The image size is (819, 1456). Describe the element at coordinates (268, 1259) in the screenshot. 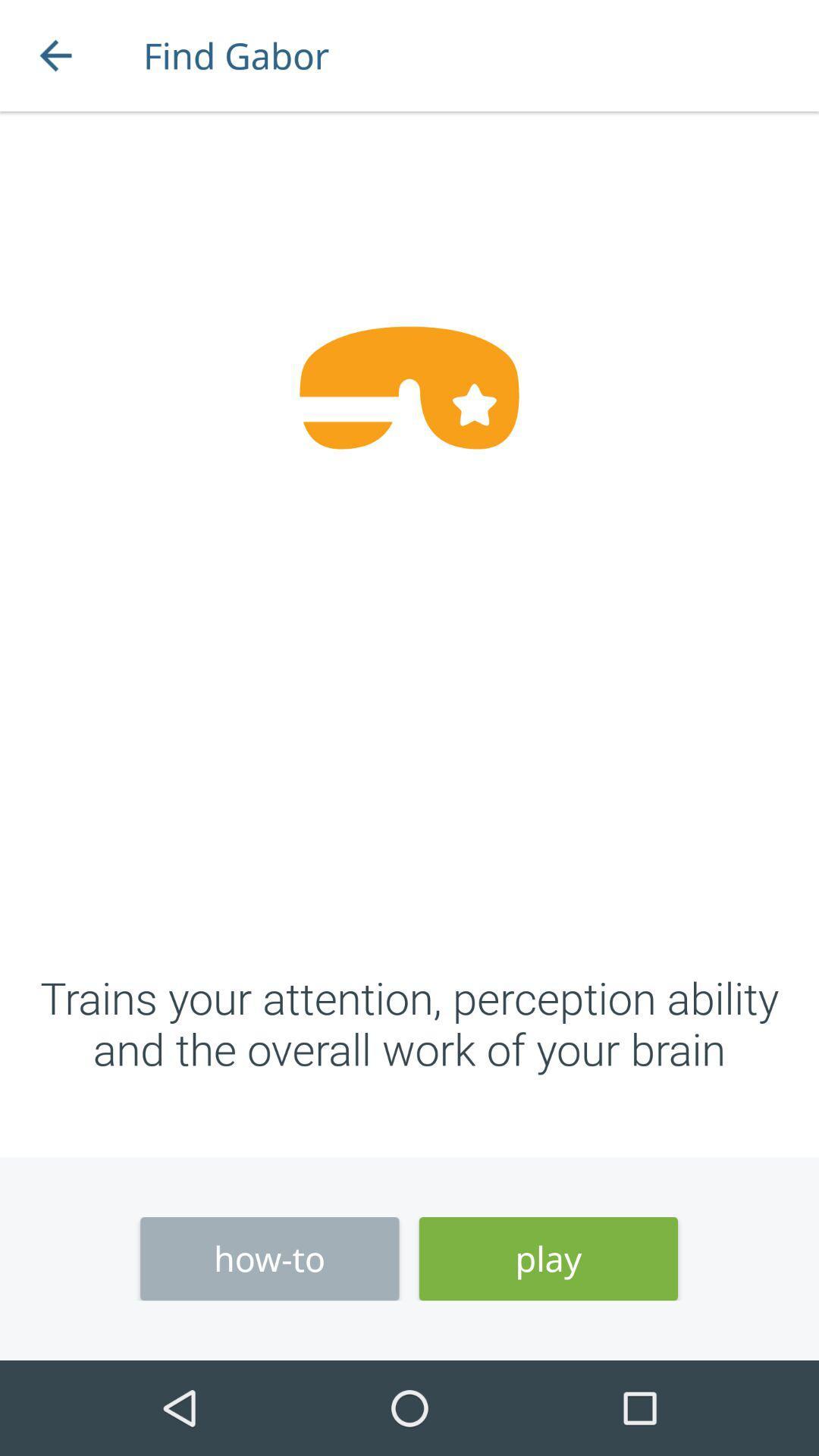

I see `how-to icon` at that location.